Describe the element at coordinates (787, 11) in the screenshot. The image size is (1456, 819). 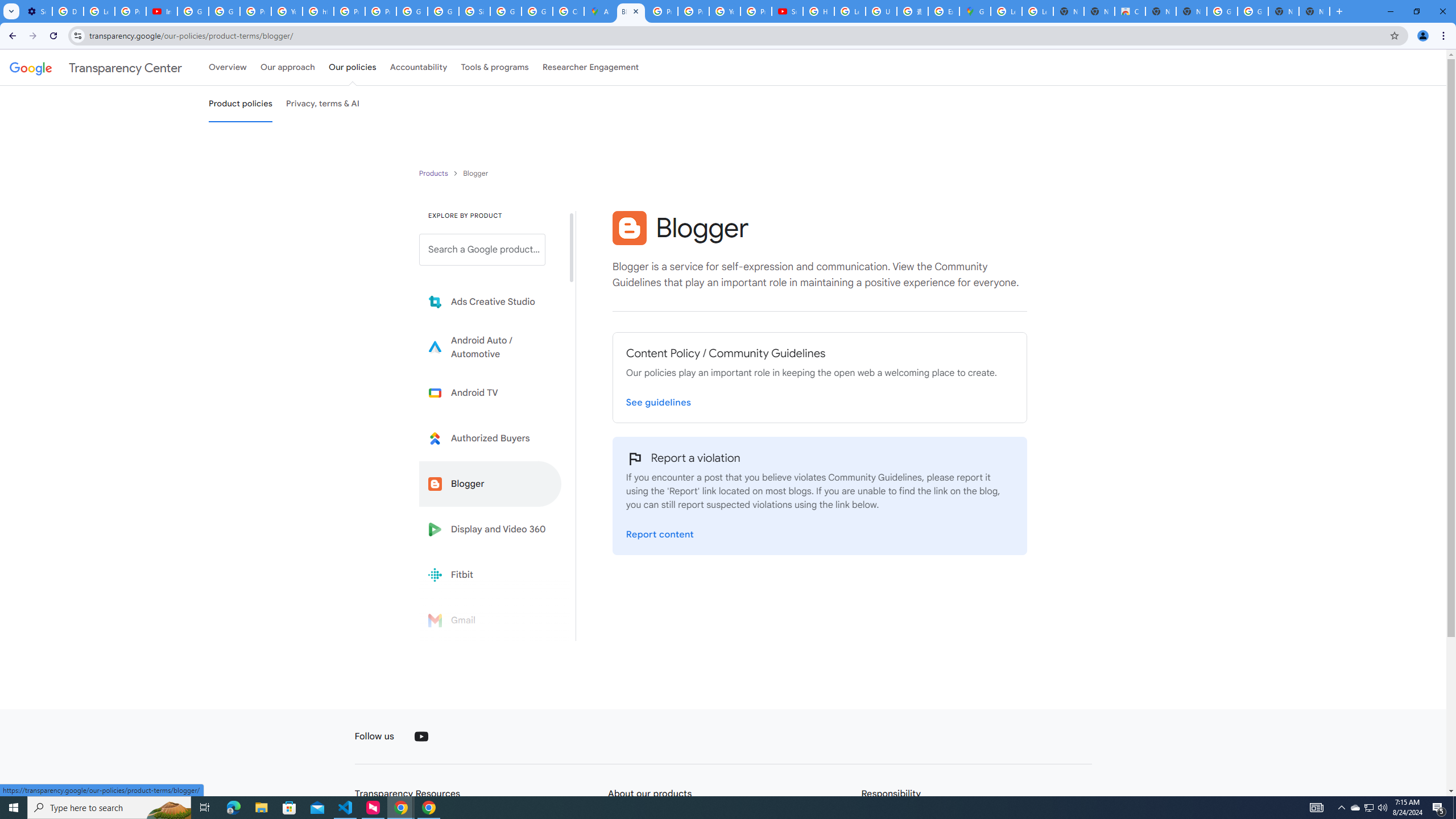
I see `'Subscriptions - YouTube'` at that location.